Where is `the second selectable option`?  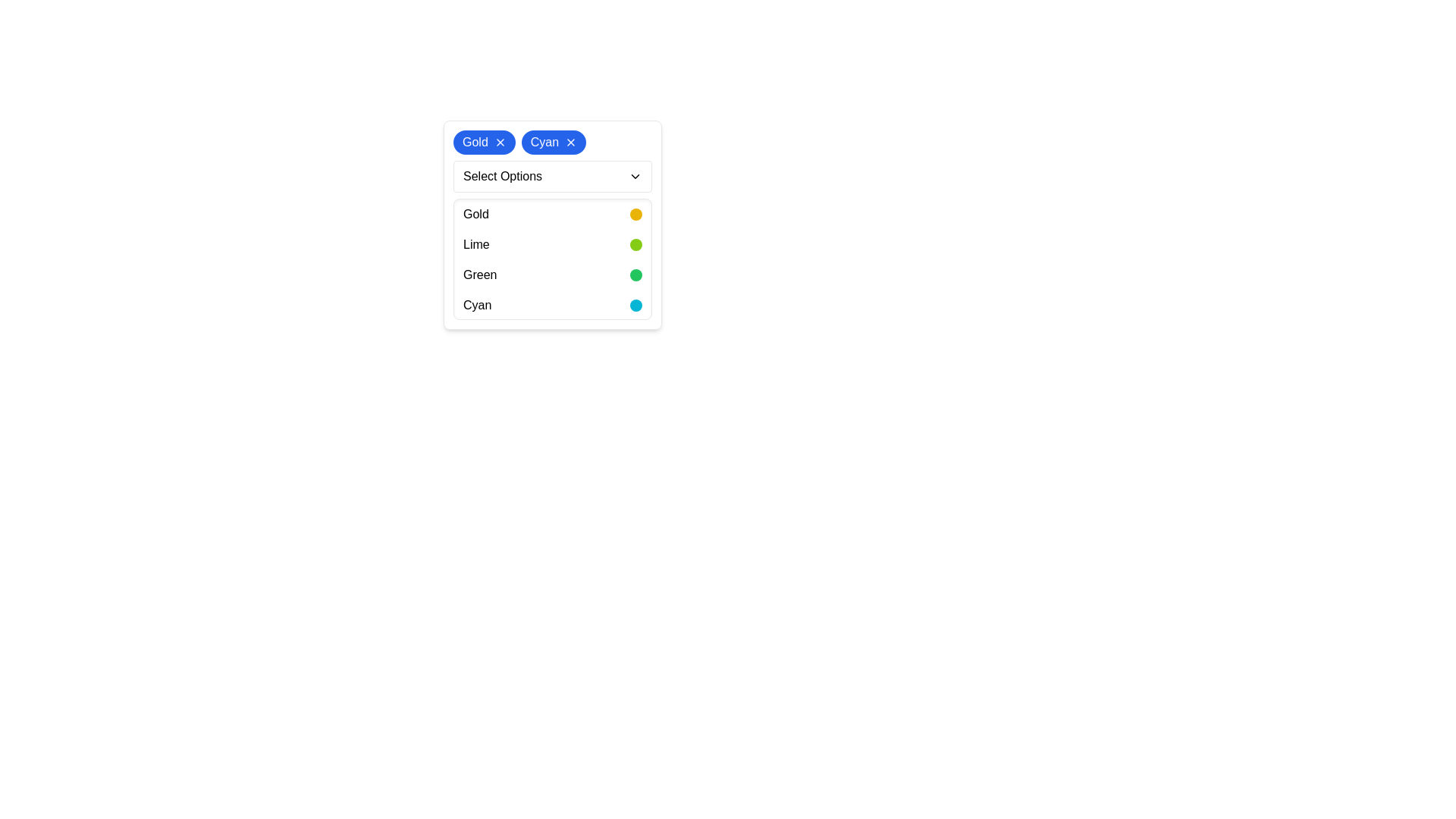 the second selectable option is located at coordinates (552, 244).